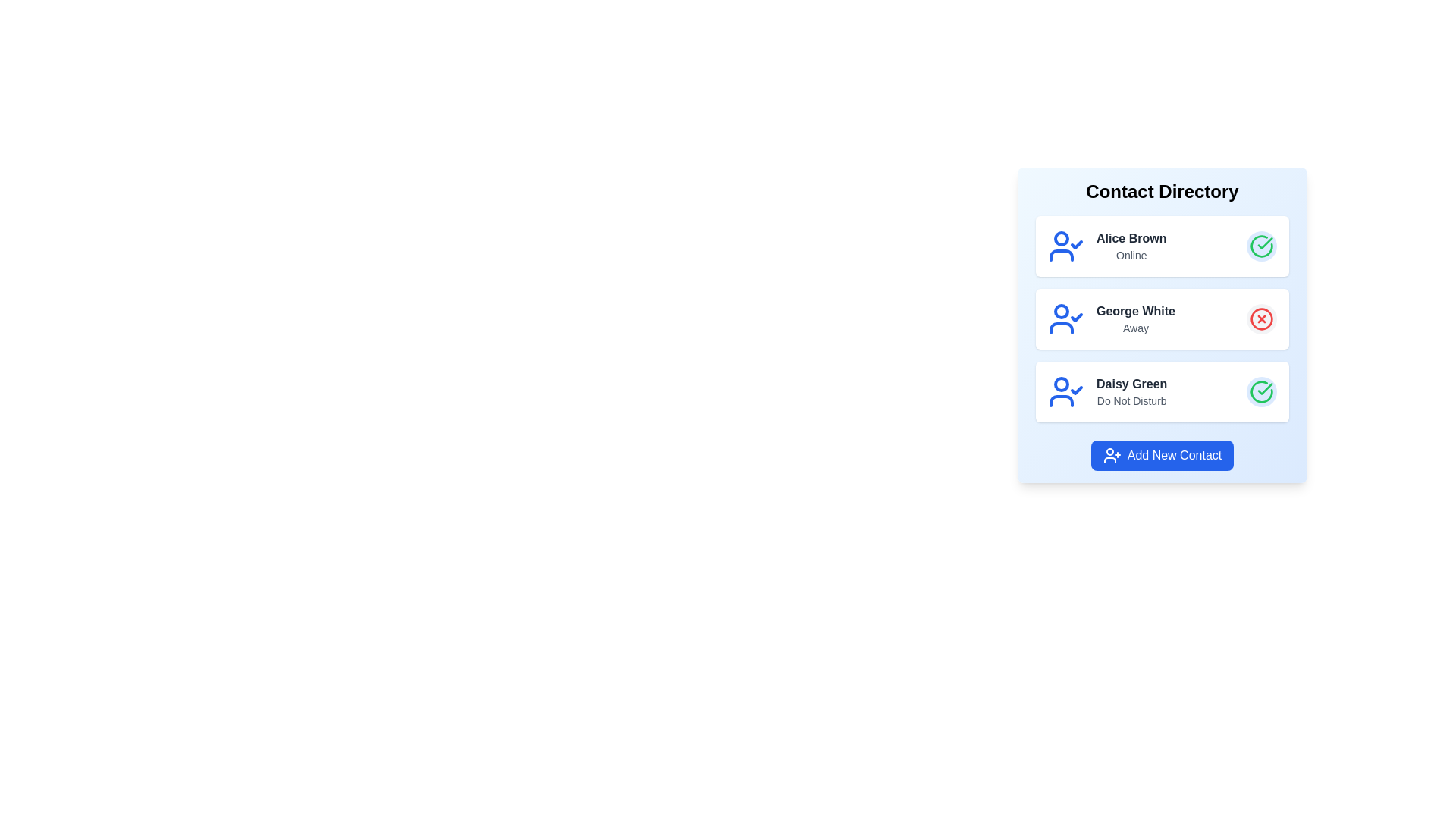 The image size is (1456, 819). I want to click on the 'Add New Contact' button to initiate adding a new contact, so click(1161, 455).